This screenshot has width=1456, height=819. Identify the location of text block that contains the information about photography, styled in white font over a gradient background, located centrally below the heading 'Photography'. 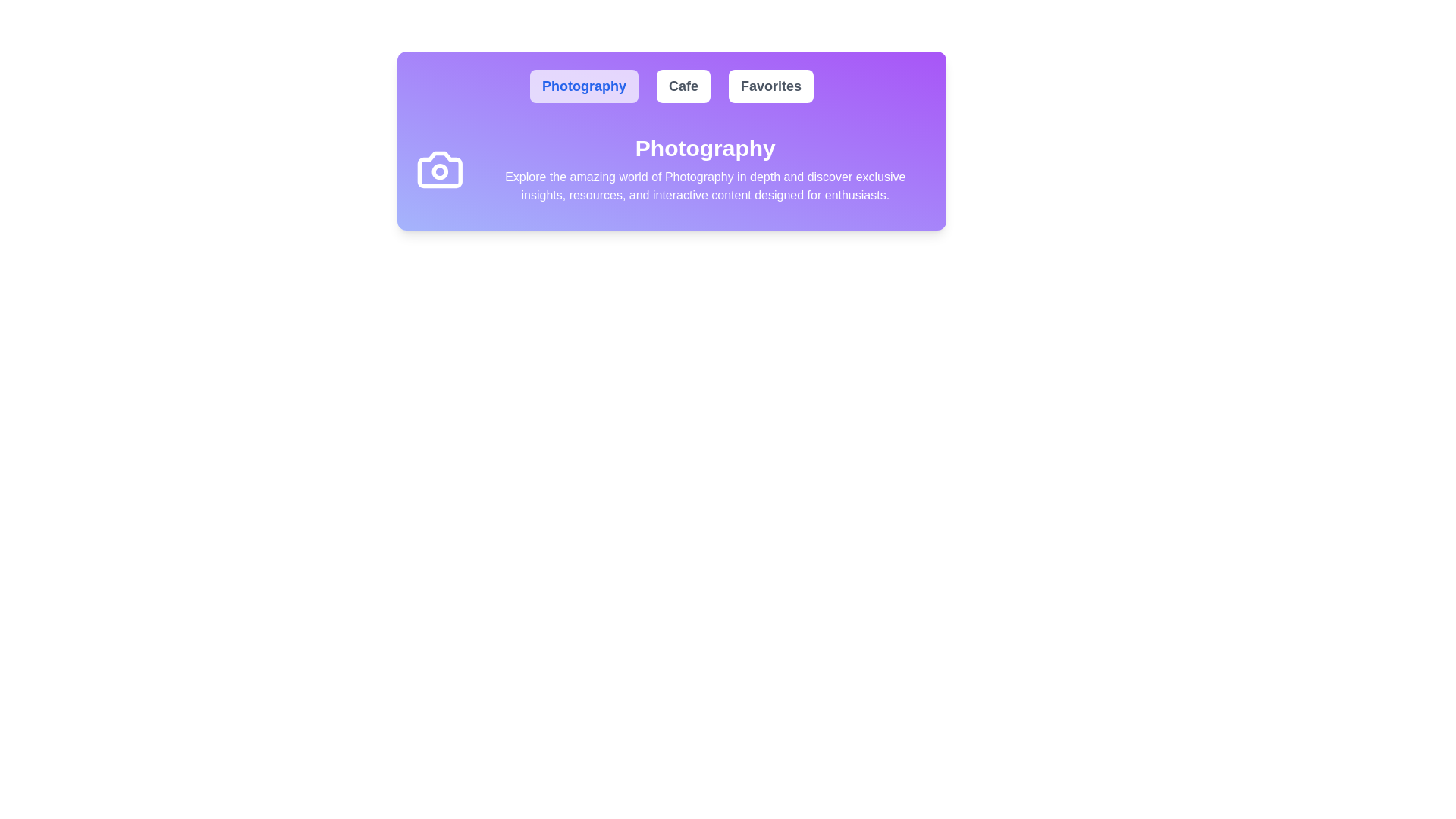
(704, 186).